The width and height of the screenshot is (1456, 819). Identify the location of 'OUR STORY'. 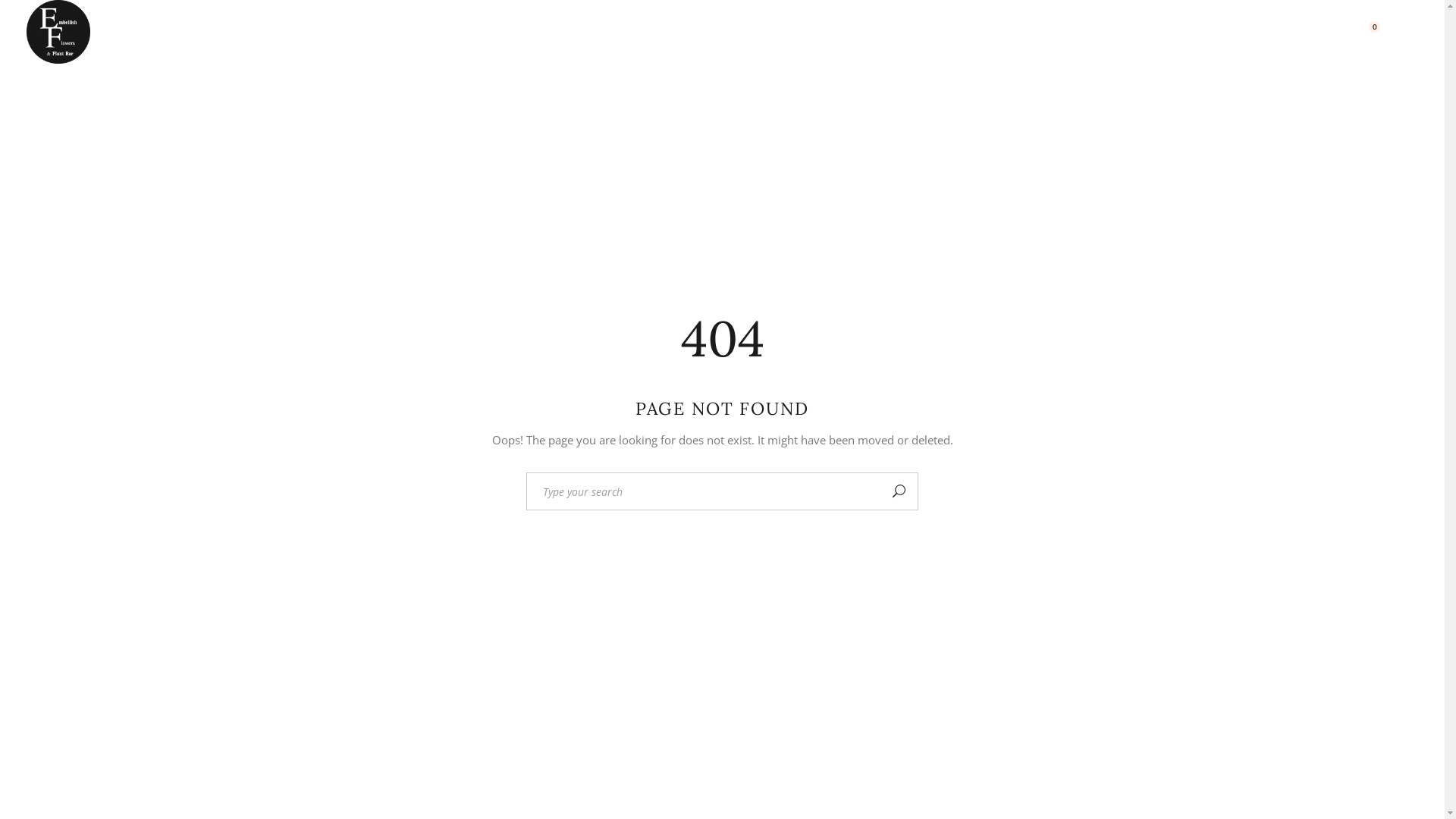
(1106, 32).